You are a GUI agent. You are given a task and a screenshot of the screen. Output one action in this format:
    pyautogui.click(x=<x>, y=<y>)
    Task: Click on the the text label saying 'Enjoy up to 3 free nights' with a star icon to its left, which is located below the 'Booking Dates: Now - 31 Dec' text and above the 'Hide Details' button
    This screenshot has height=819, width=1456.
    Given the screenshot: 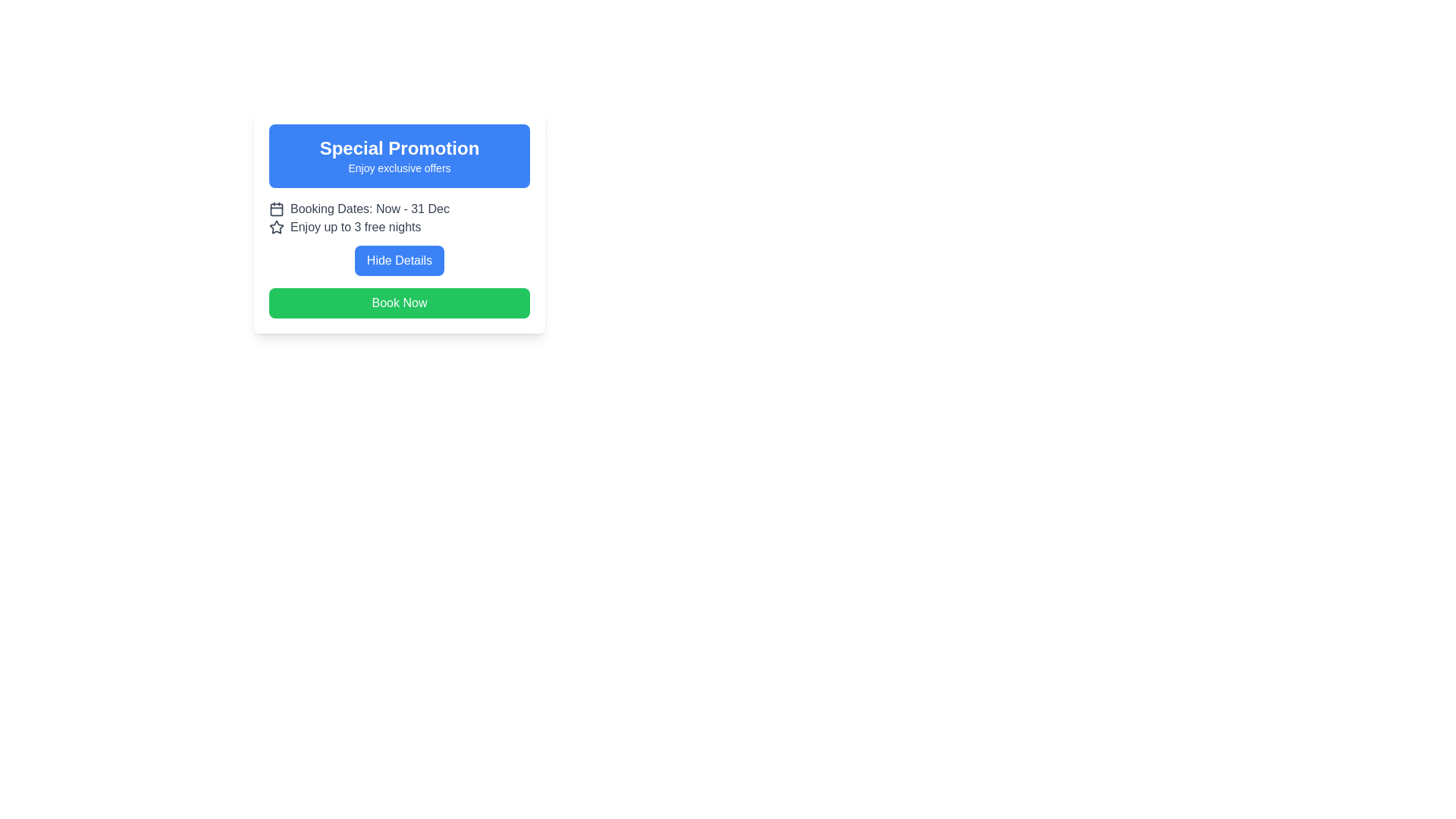 What is the action you would take?
    pyautogui.click(x=400, y=227)
    